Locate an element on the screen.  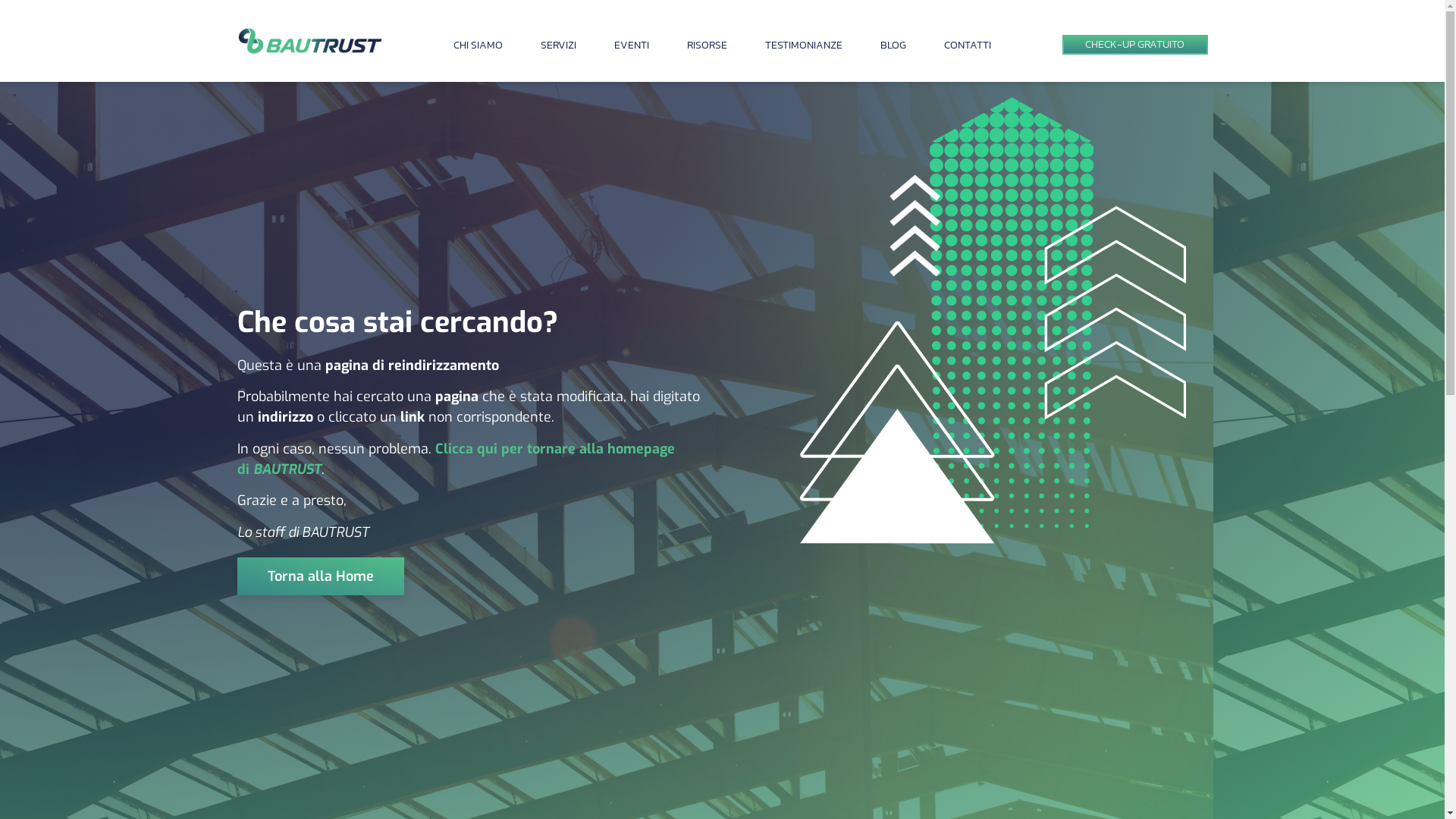
'Clicca qui per tornare alla homepage di BAUTRUST' is located at coordinates (454, 458).